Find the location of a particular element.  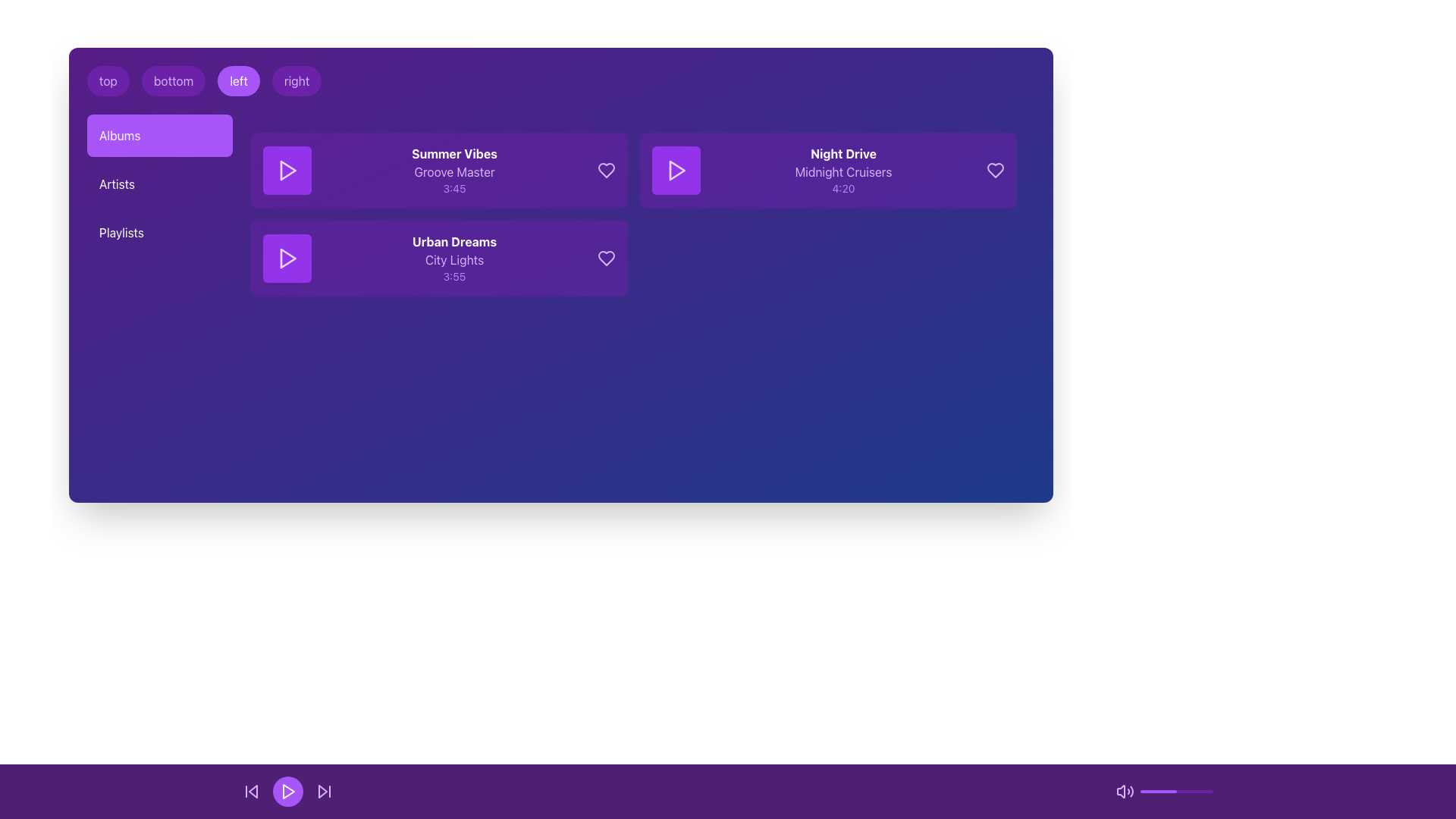

the small triangular purple play button located in the first row of the 'Albums' list is located at coordinates (288, 170).